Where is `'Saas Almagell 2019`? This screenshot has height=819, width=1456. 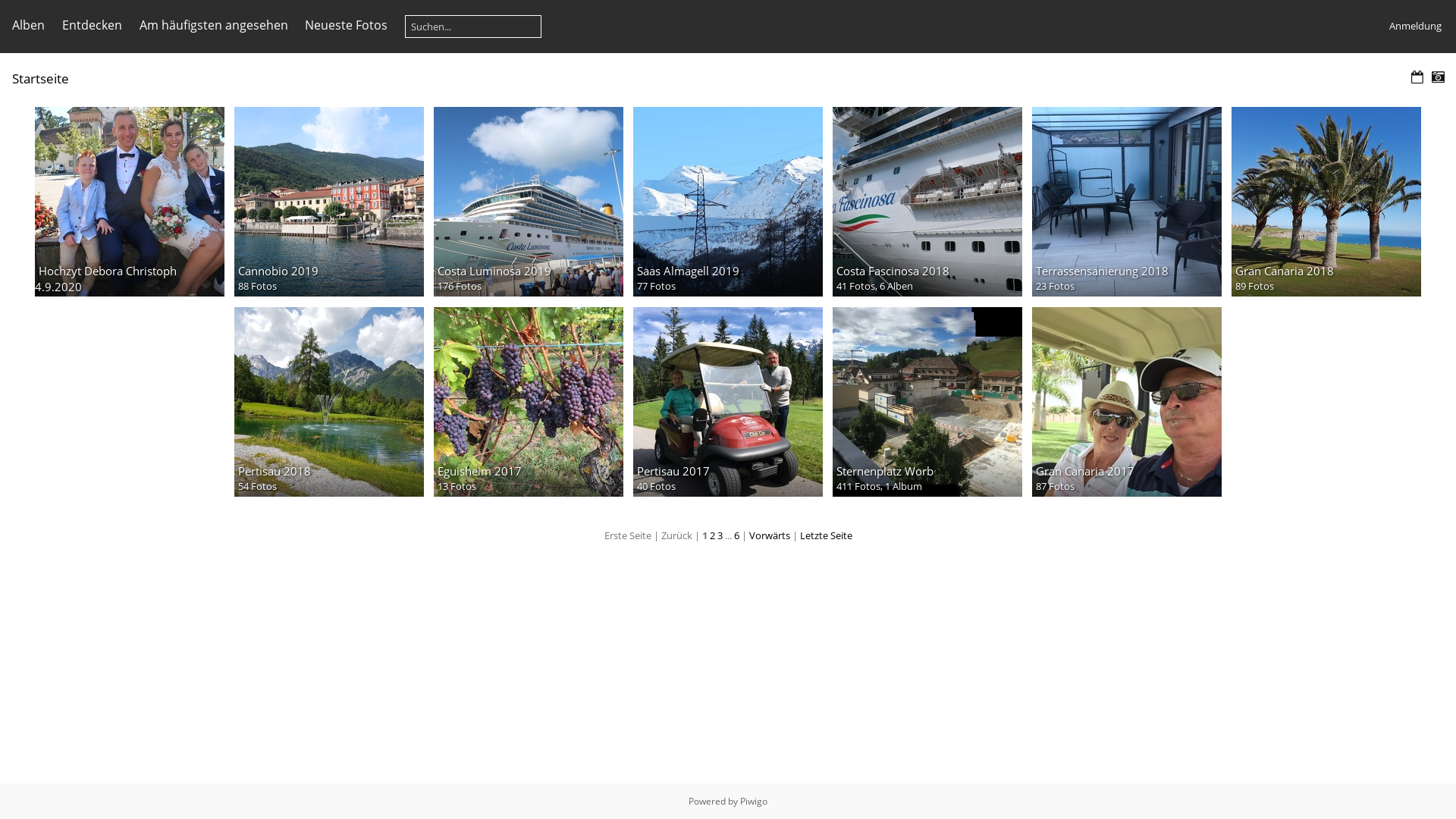 'Saas Almagell 2019 is located at coordinates (728, 201).